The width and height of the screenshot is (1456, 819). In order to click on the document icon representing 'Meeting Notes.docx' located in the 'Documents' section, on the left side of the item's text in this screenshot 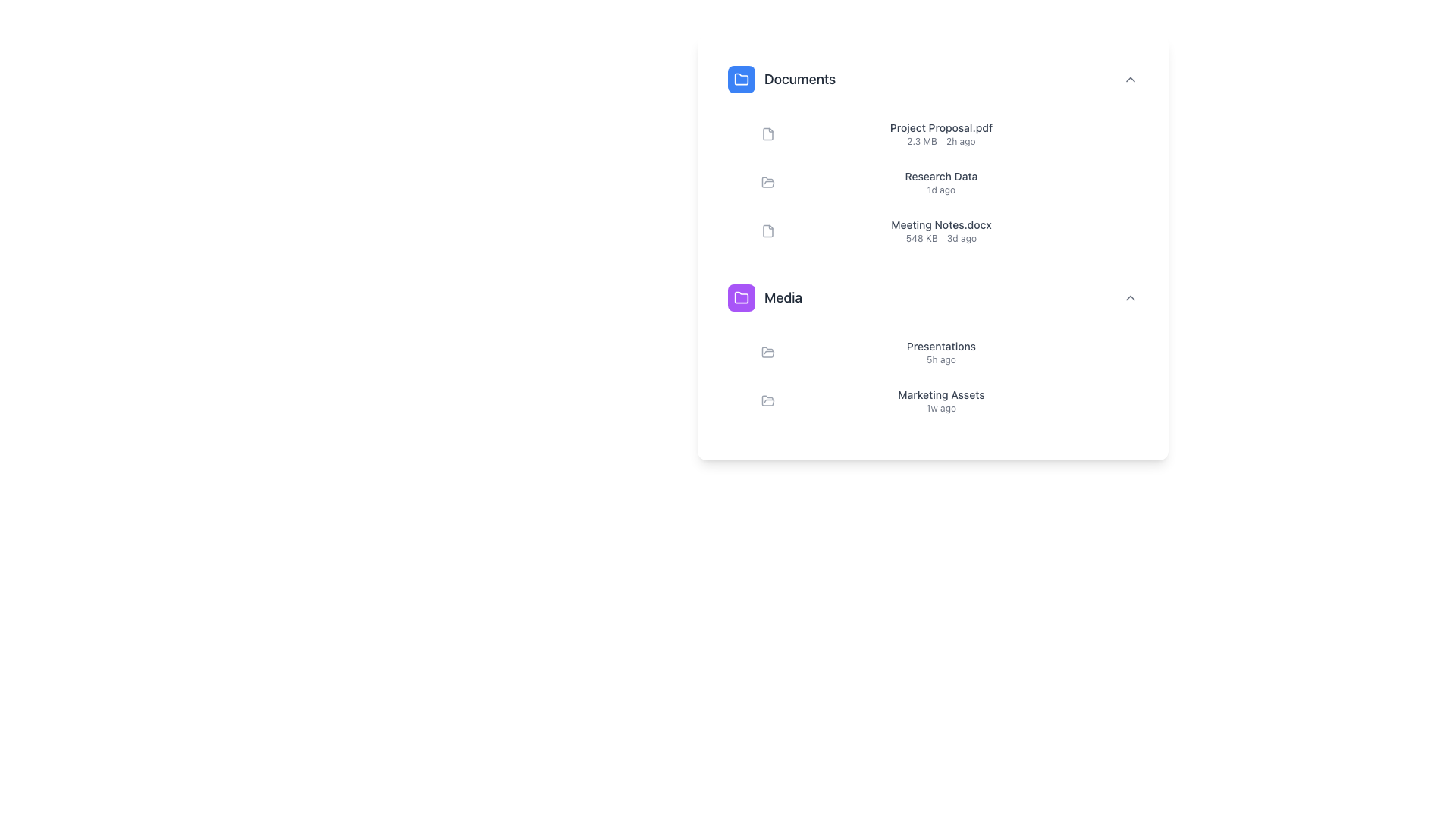, I will do `click(767, 231)`.